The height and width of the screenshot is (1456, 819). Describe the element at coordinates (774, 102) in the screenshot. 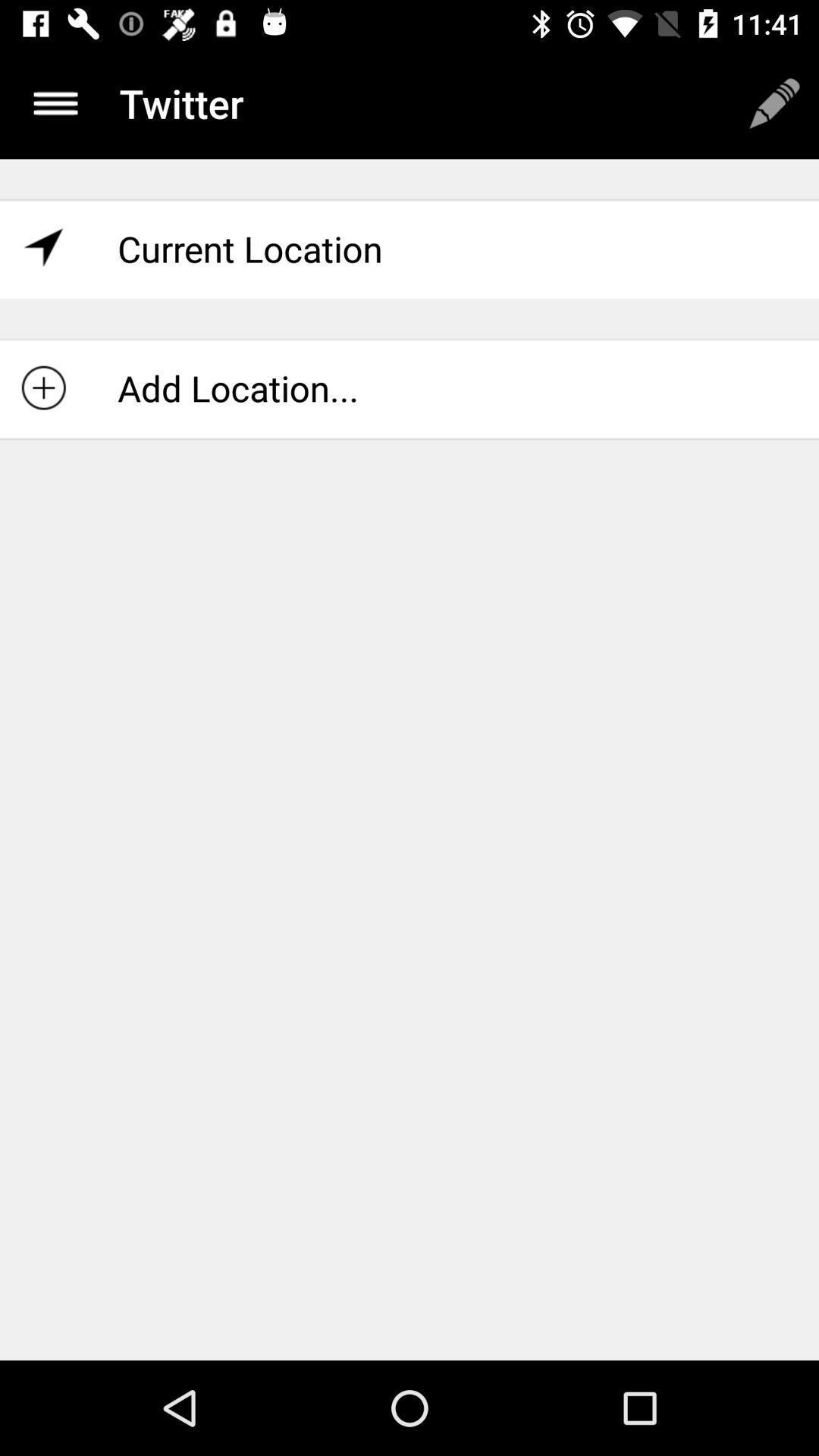

I see `the edit icon` at that location.